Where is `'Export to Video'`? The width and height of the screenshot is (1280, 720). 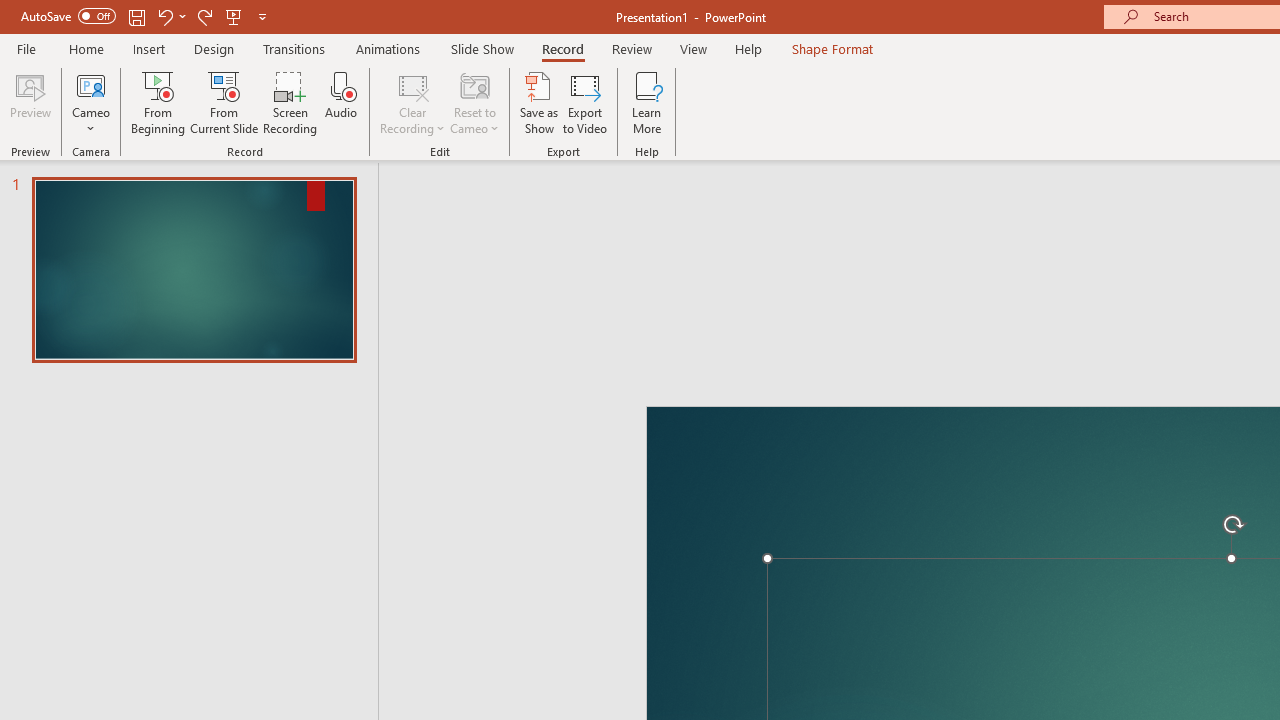
'Export to Video' is located at coordinates (584, 103).